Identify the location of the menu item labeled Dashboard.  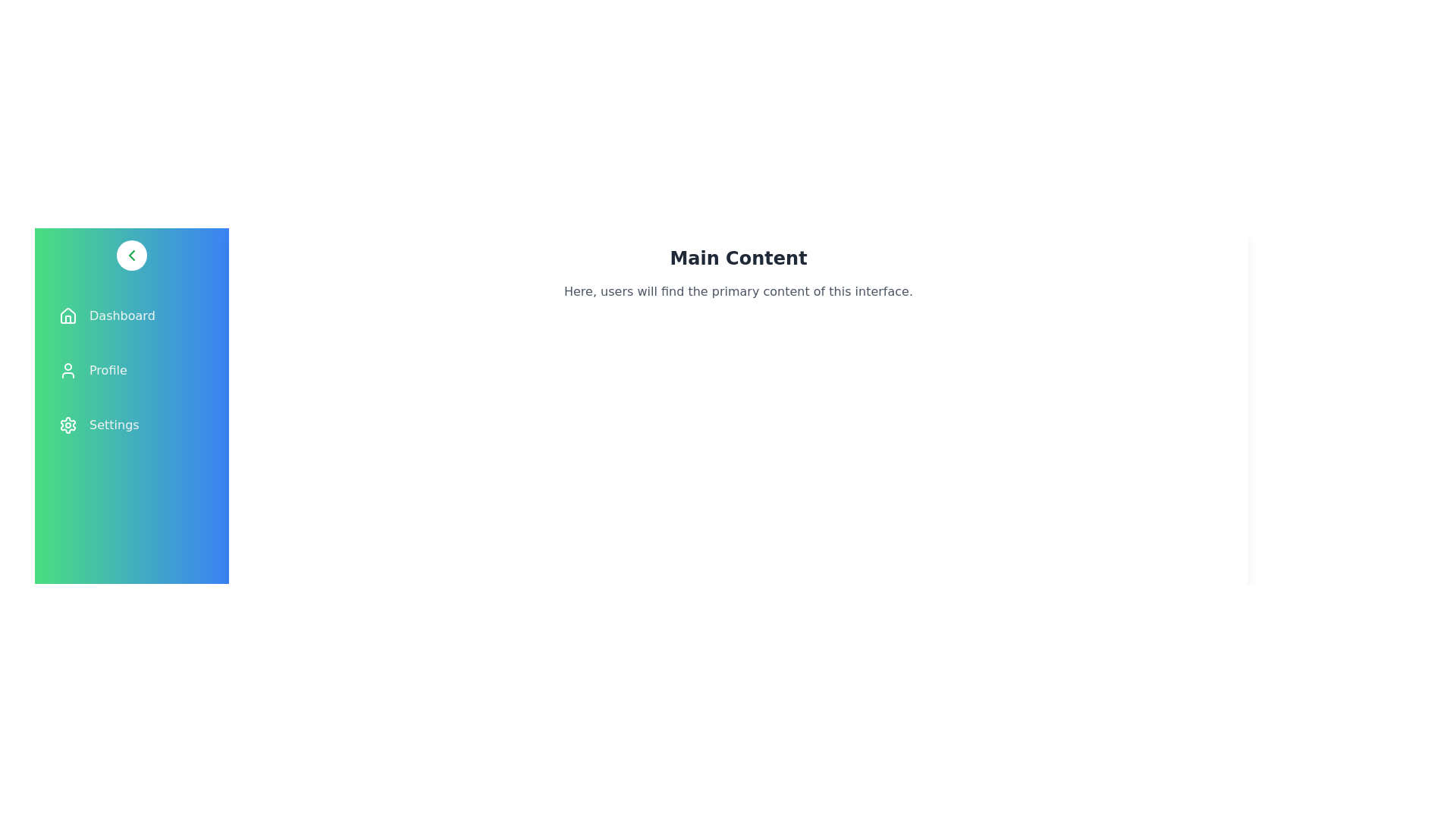
(131, 315).